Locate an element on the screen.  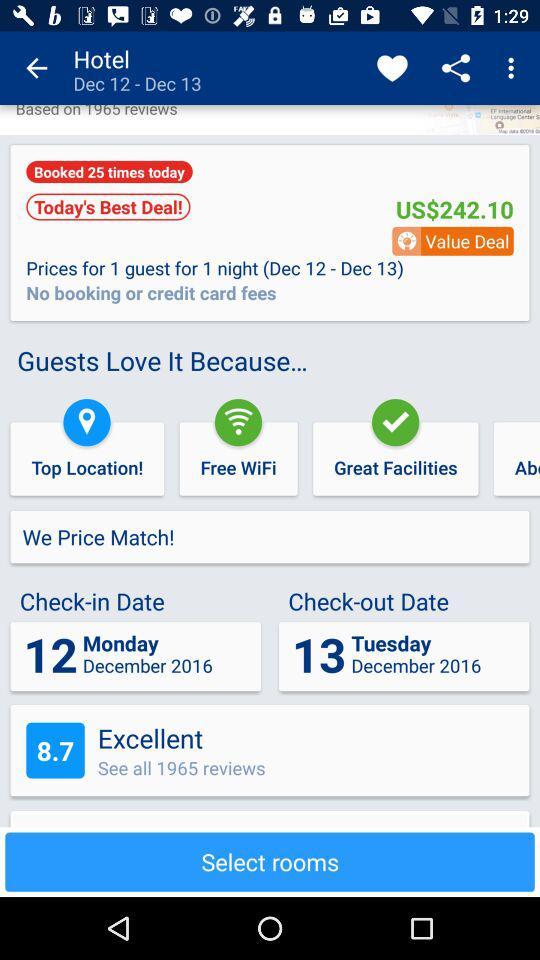
the icon above the based on 1965 item is located at coordinates (36, 68).